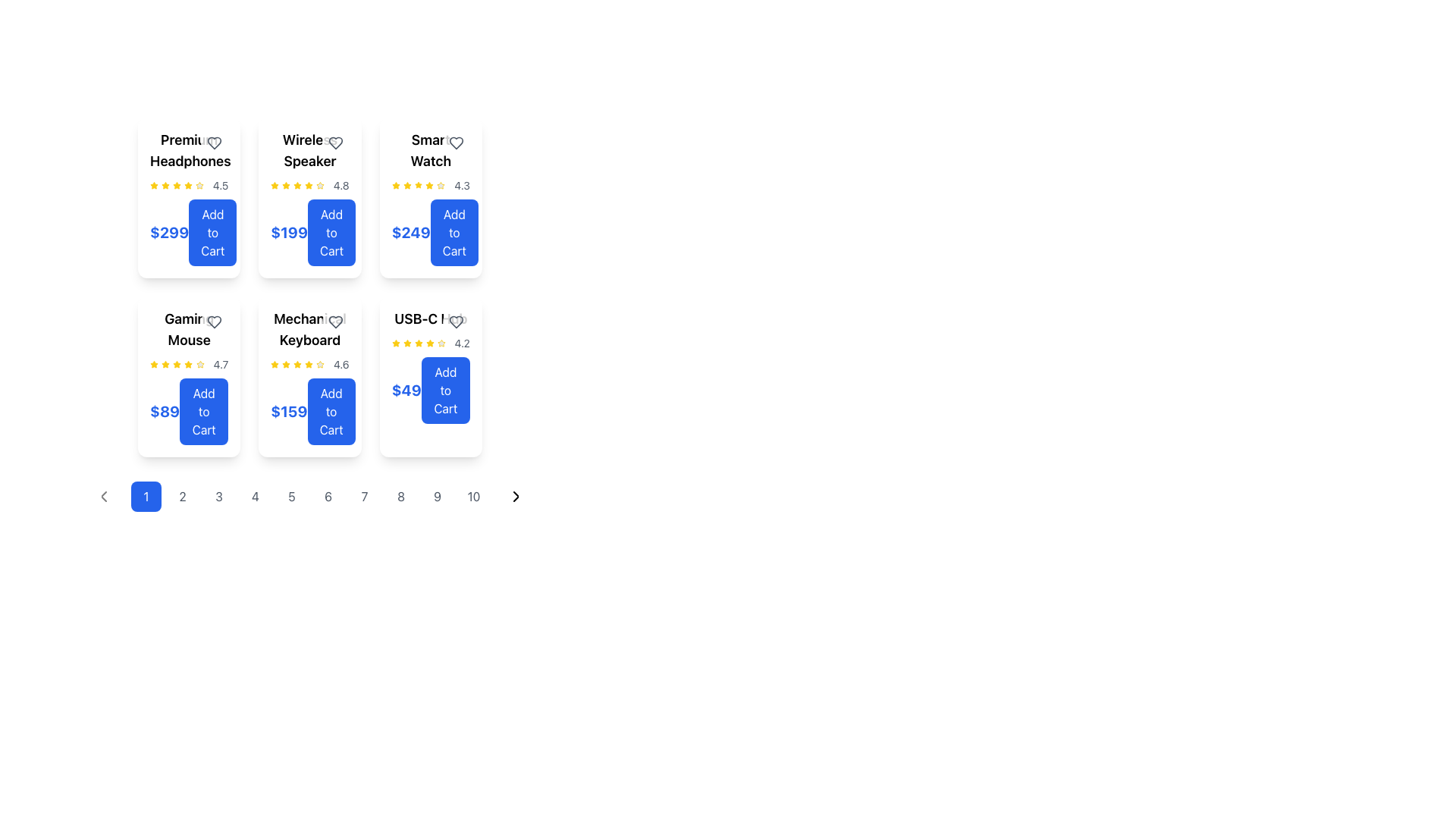  I want to click on the heart-shaped icon in the top-right corner of the 'Premium Headphones' product card to change its color, so click(214, 143).